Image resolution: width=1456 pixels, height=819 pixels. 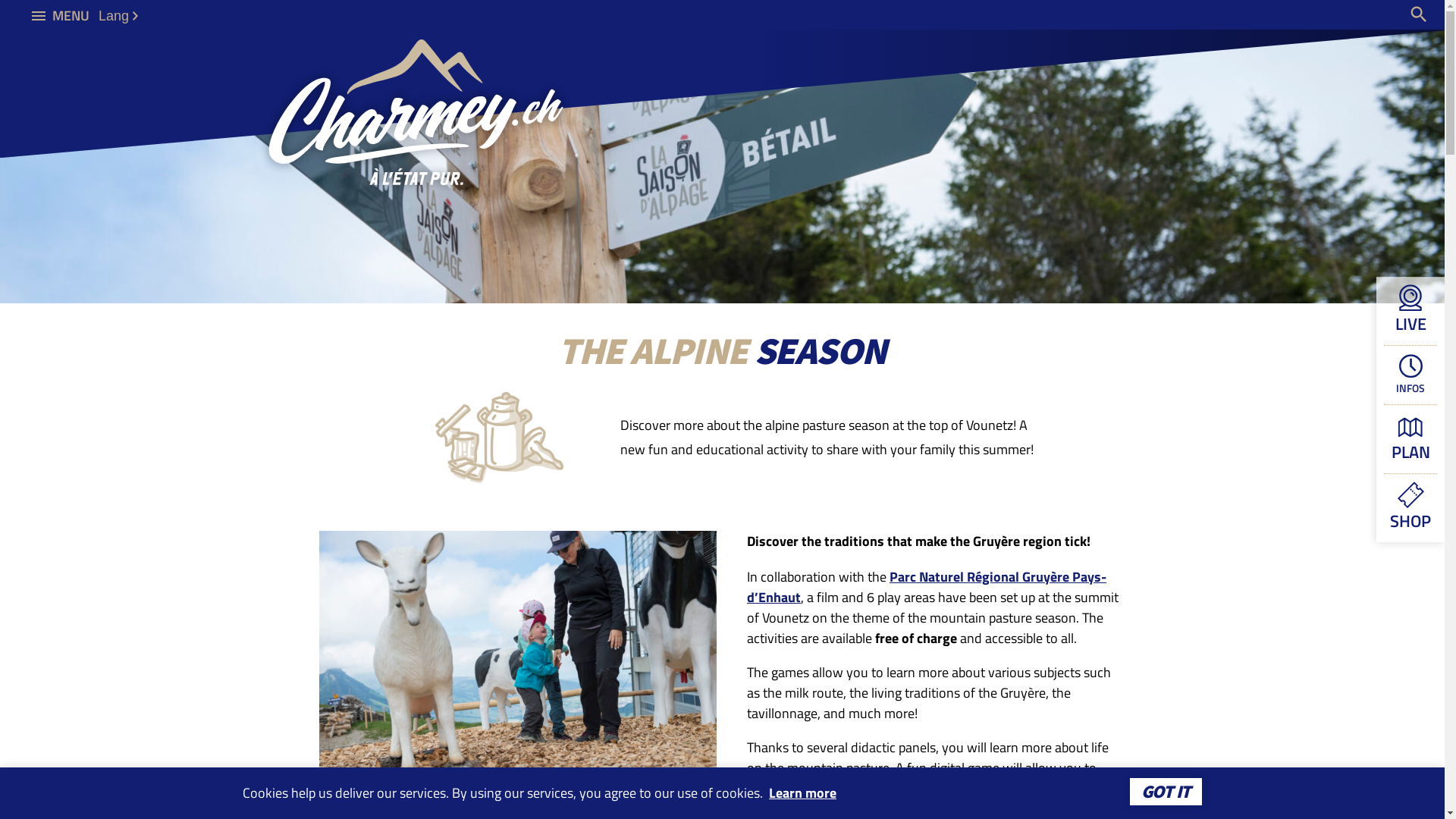 I want to click on 'Lang', so click(x=117, y=15).